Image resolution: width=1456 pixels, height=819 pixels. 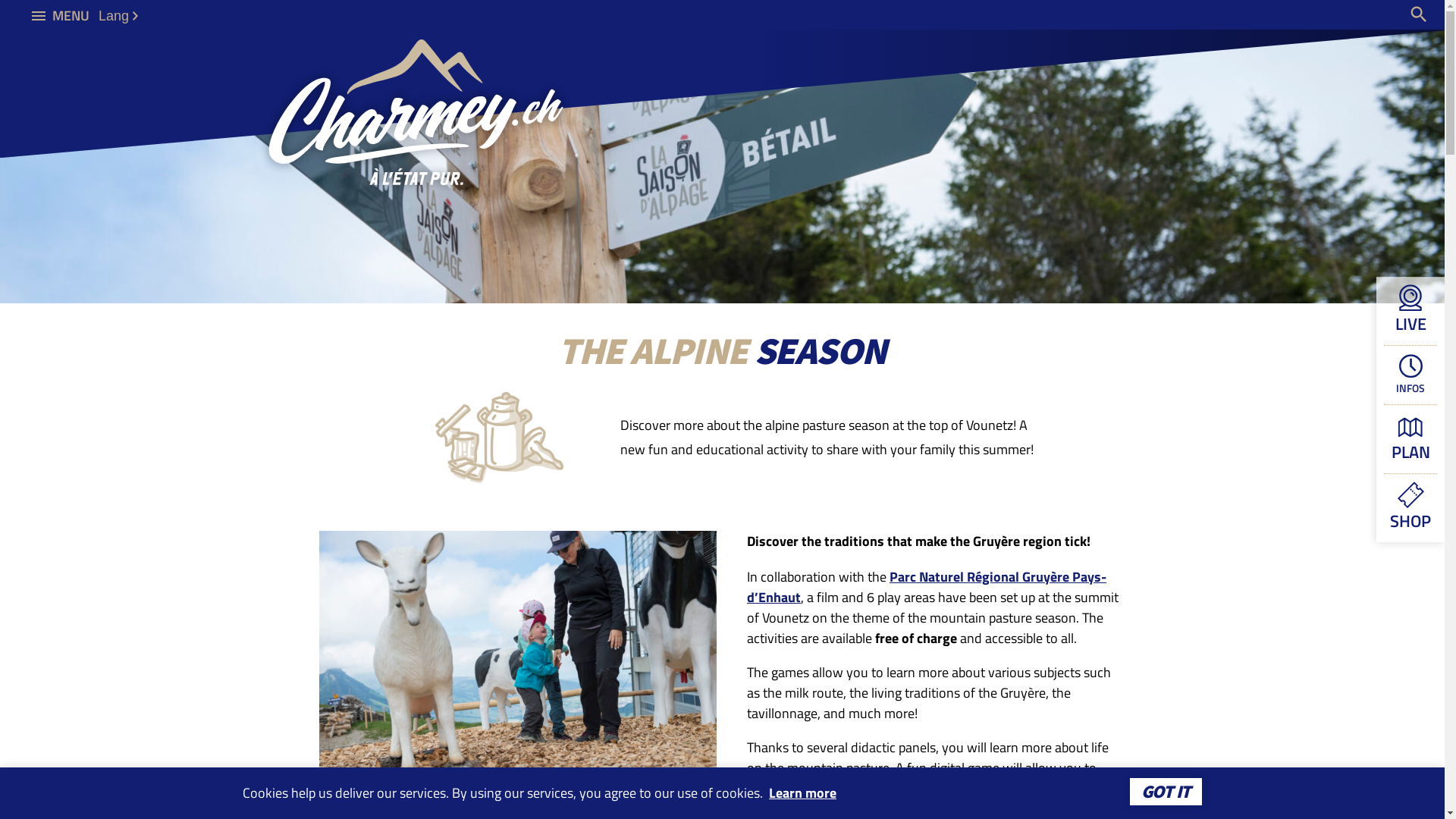 I want to click on 'Lang', so click(x=117, y=15).